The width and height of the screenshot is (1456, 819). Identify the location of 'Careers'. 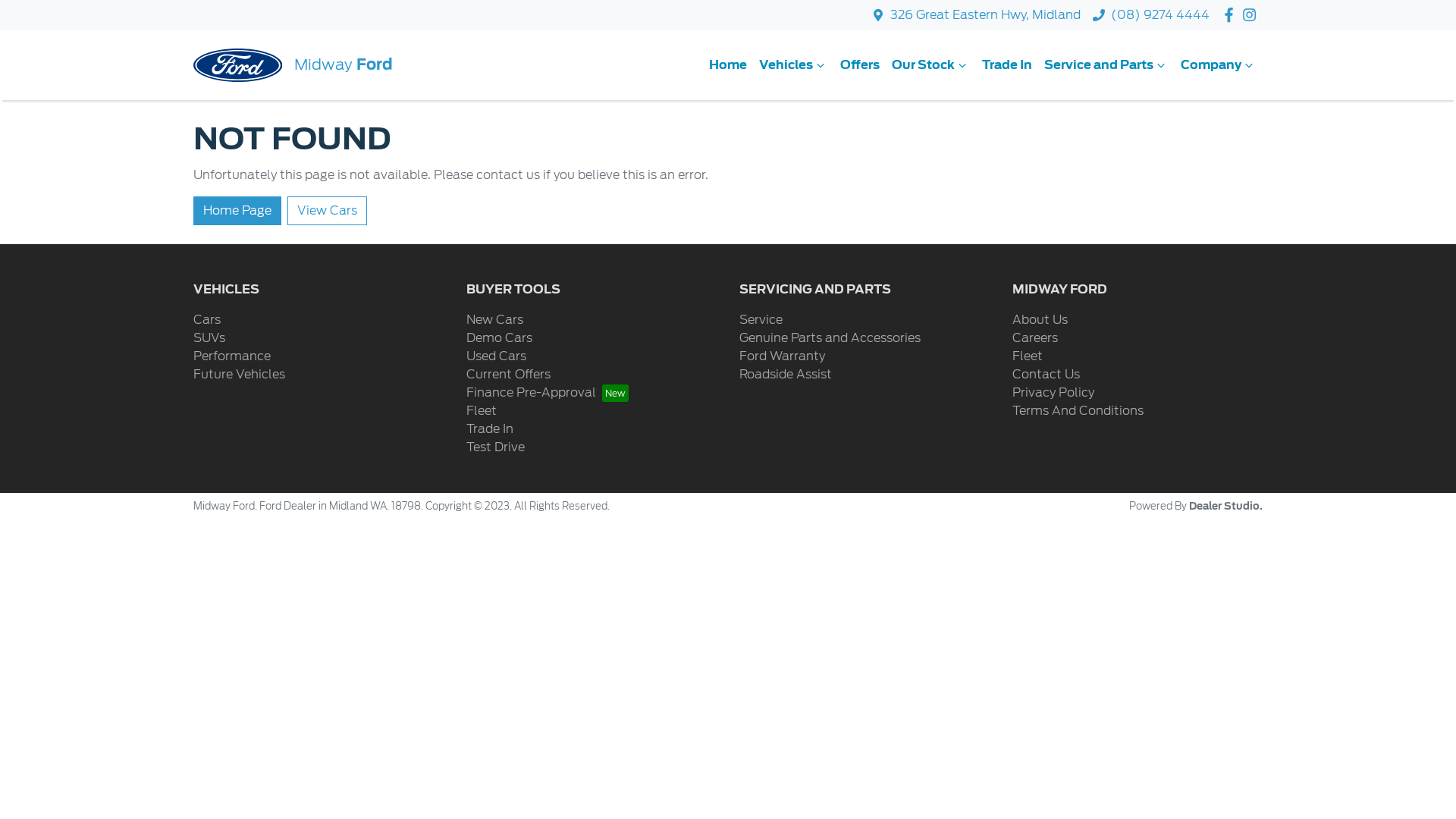
(1034, 337).